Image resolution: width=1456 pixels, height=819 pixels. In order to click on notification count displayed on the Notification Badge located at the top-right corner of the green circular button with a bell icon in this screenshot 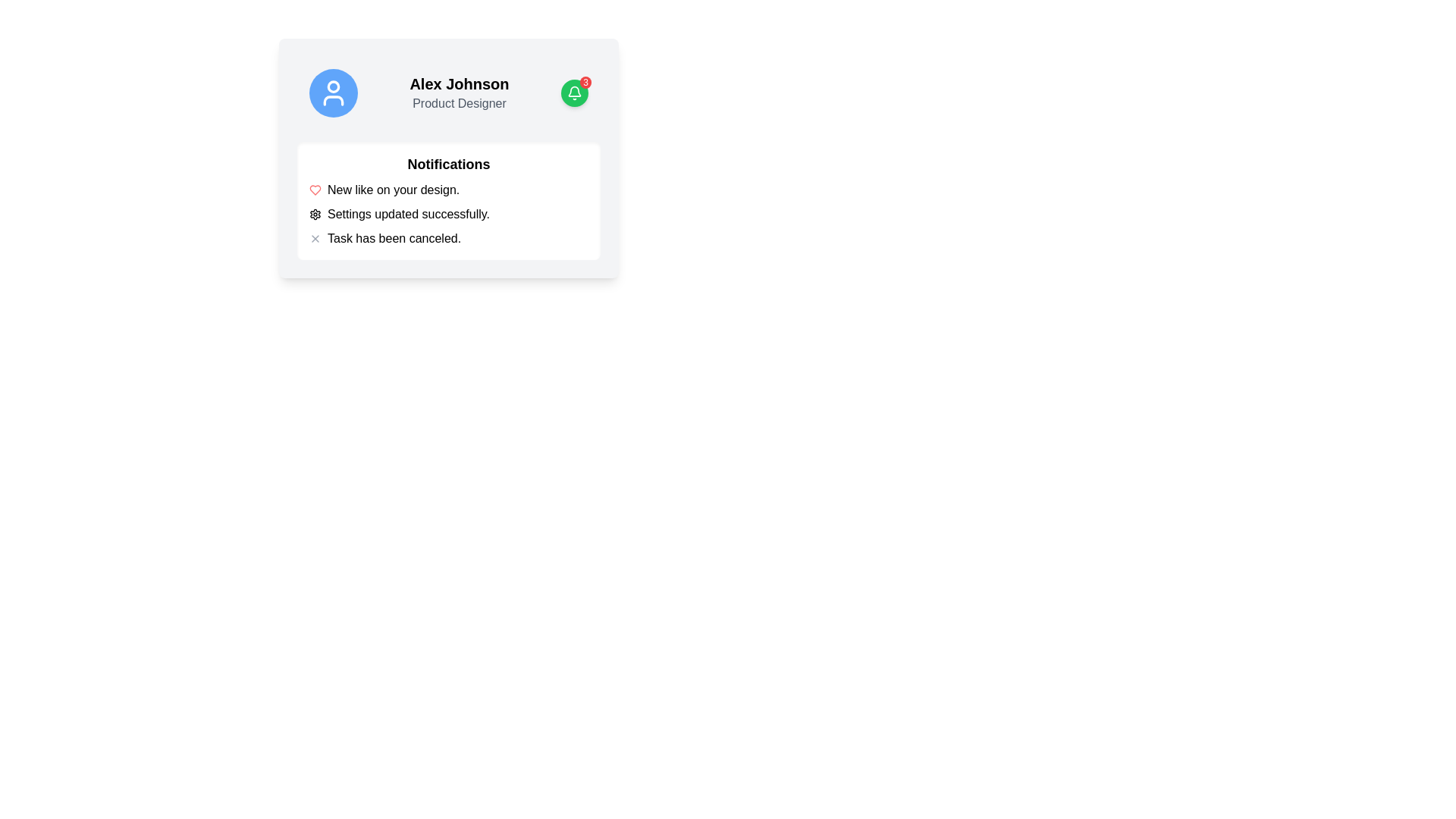, I will do `click(585, 82)`.